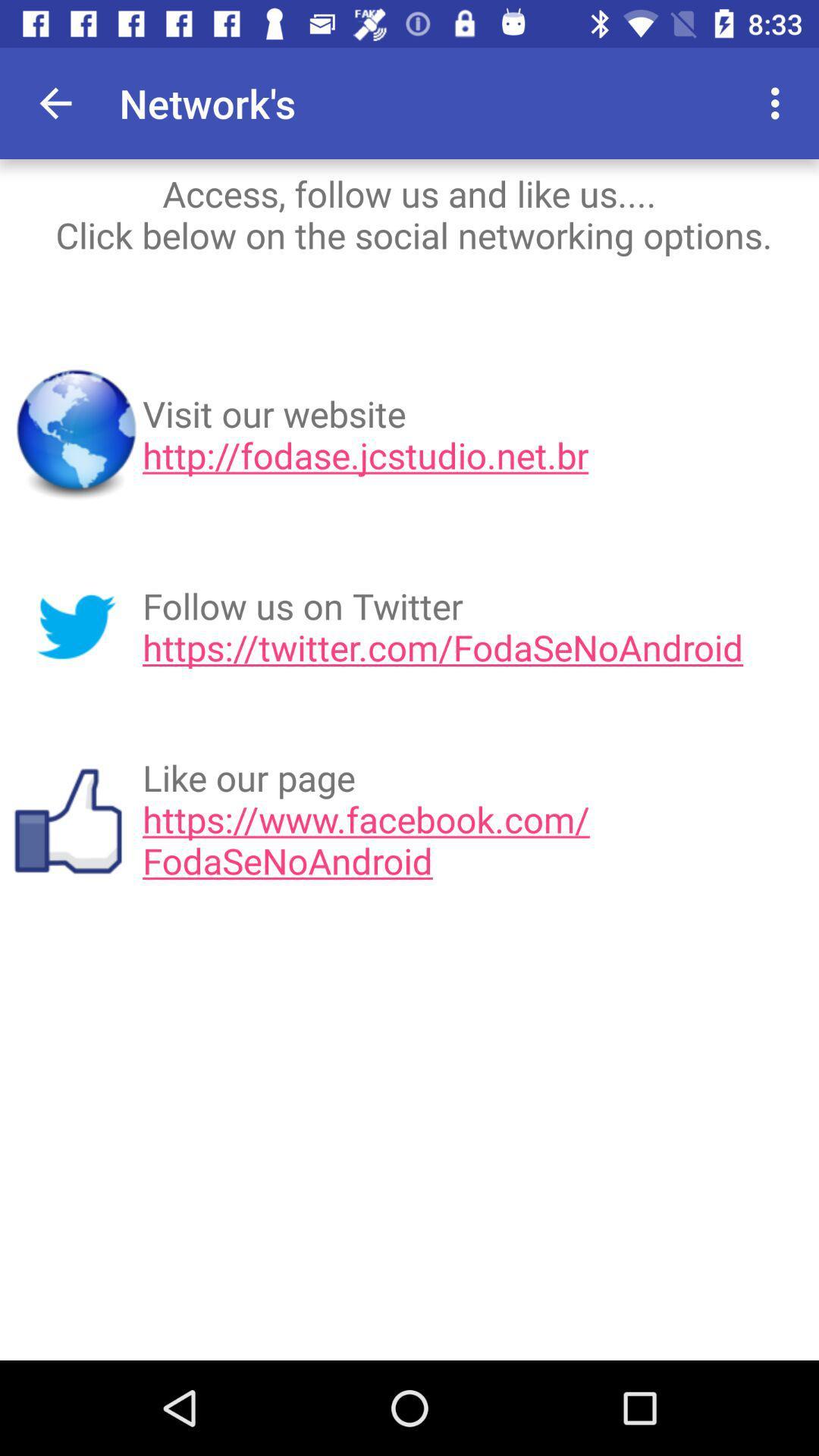 Image resolution: width=819 pixels, height=1456 pixels. Describe the element at coordinates (475, 434) in the screenshot. I see `visit our website icon` at that location.